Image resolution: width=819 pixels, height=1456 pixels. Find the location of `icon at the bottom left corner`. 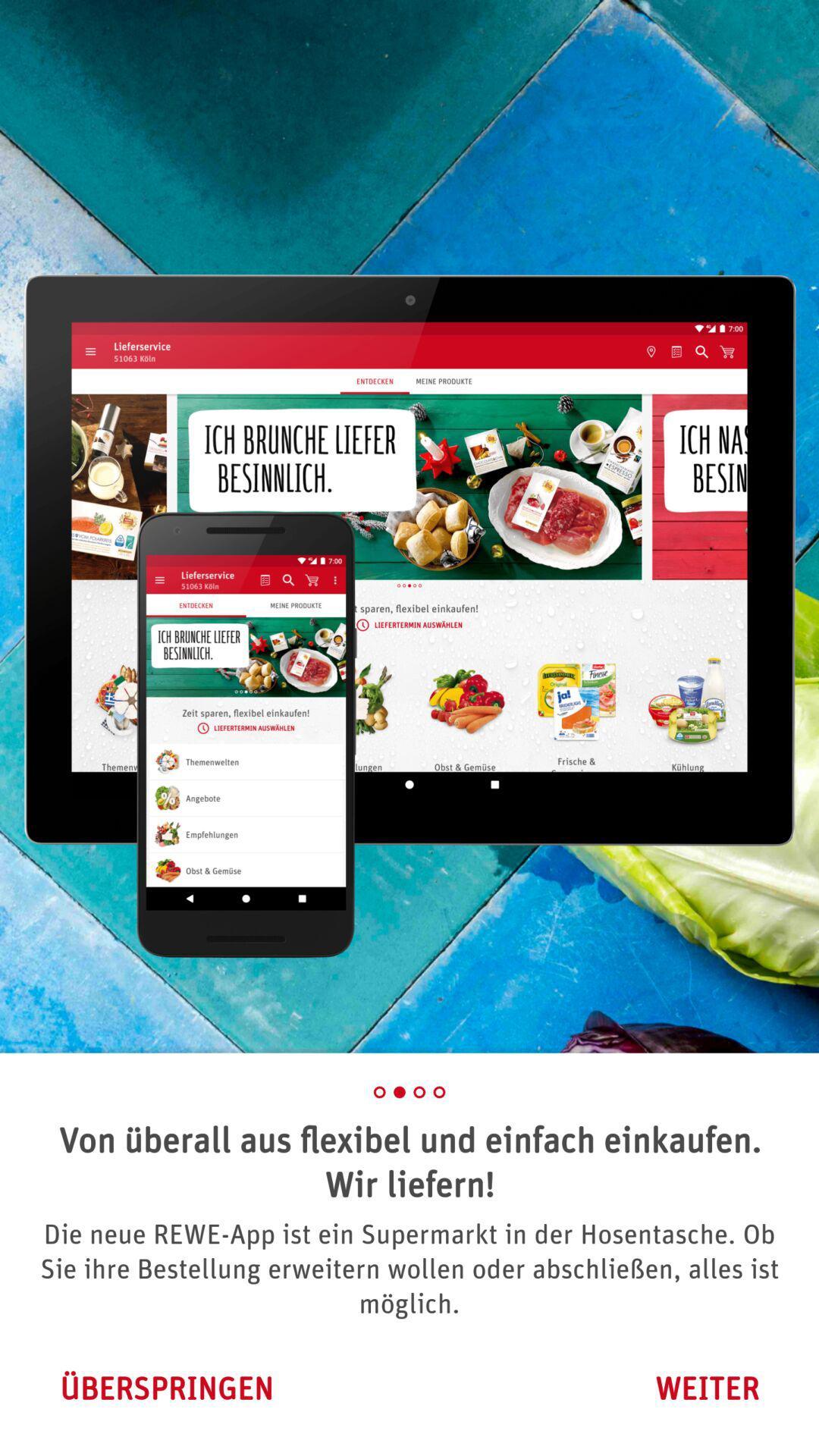

icon at the bottom left corner is located at coordinates (166, 1388).